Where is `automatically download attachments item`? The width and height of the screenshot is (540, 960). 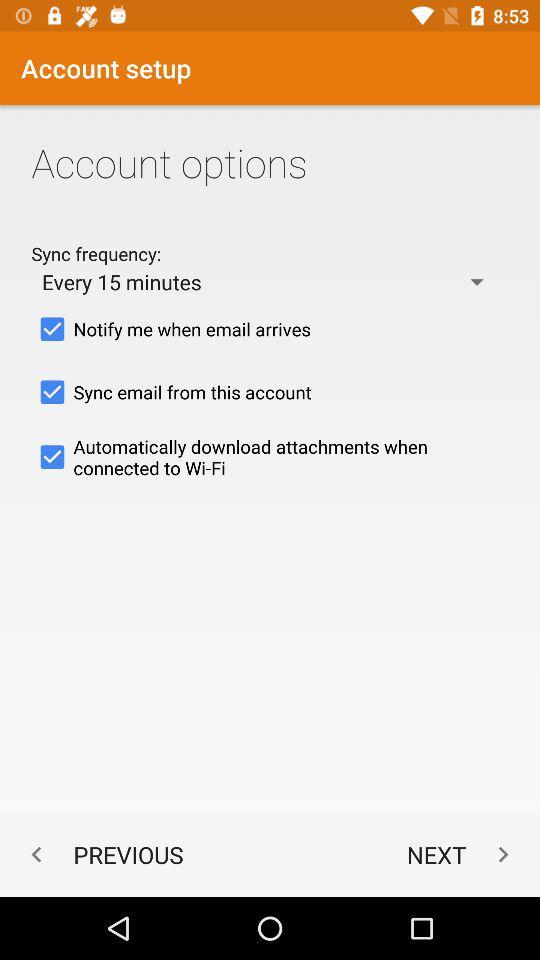
automatically download attachments item is located at coordinates (270, 457).